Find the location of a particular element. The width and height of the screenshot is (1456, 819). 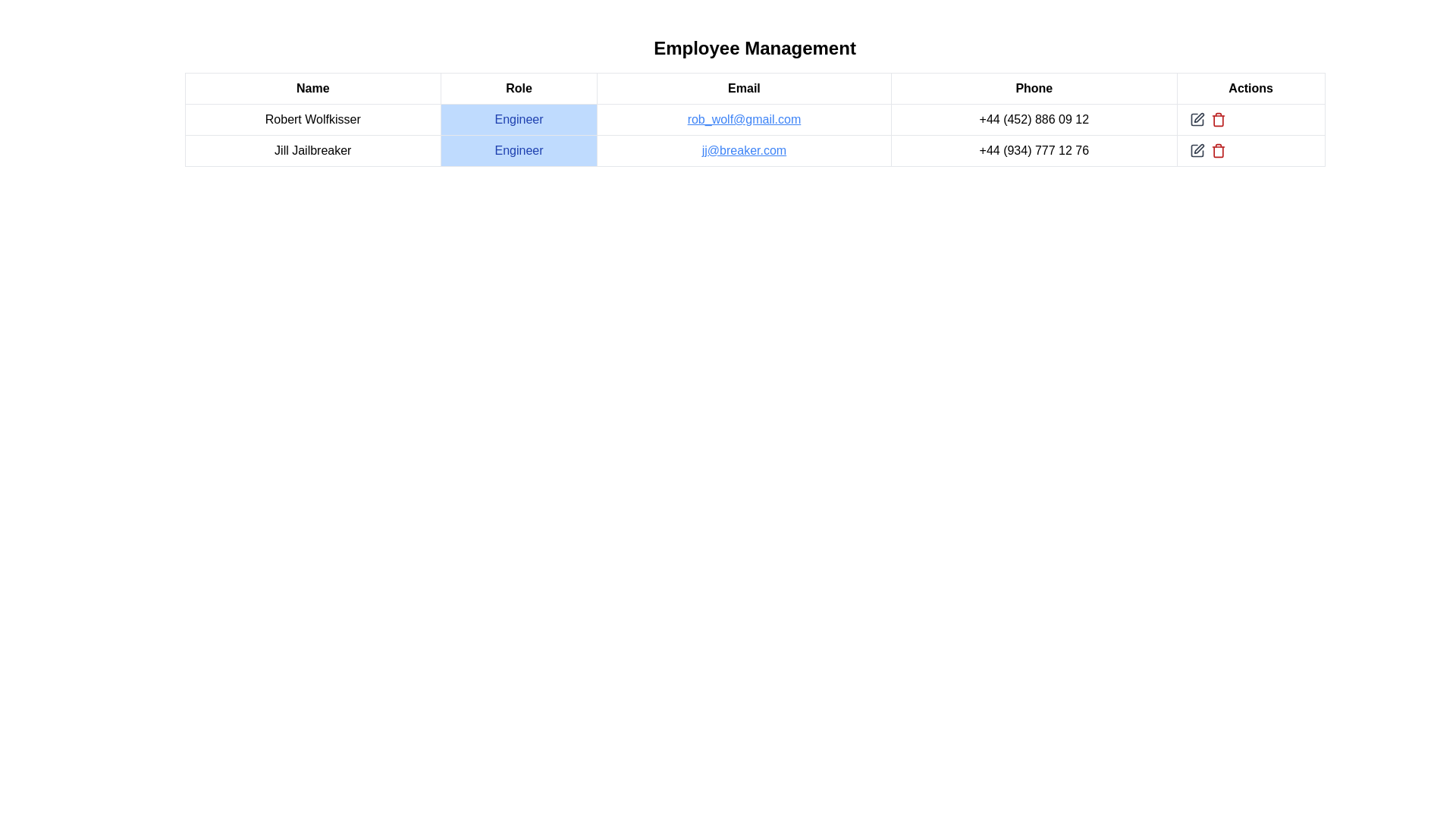

the non-interactive layout element located in the 'Actions' column of the second row representing 'Jill Jailbreaker', positioned to the right of the delete button is located at coordinates (1250, 151).